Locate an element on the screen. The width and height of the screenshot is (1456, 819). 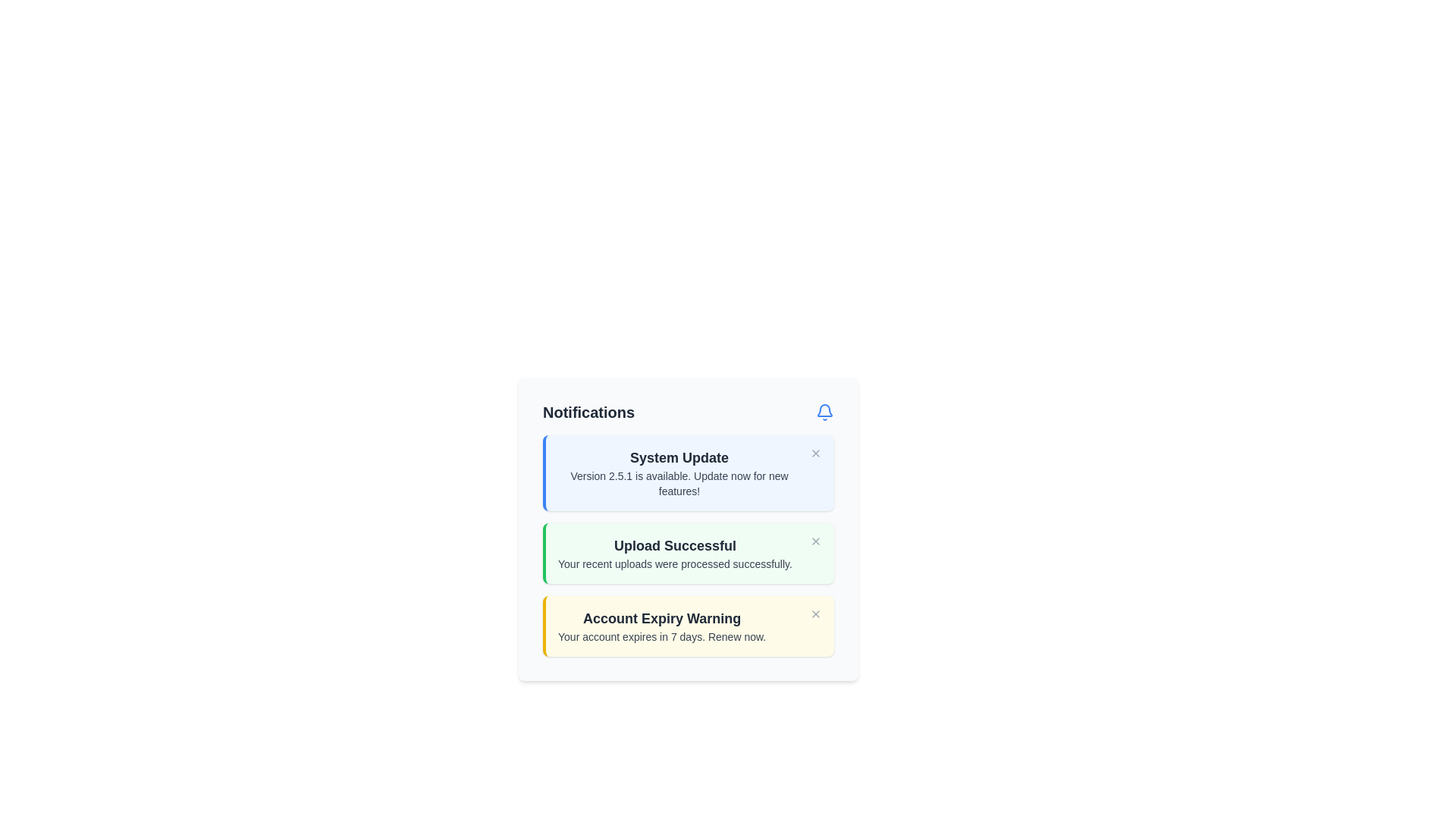
the adjacent interactive elements next to the 'Account Expiry Warning' informational banner, which is styled with a yellow background and a yellow border, and contains a bold title and message text is located at coordinates (689, 626).